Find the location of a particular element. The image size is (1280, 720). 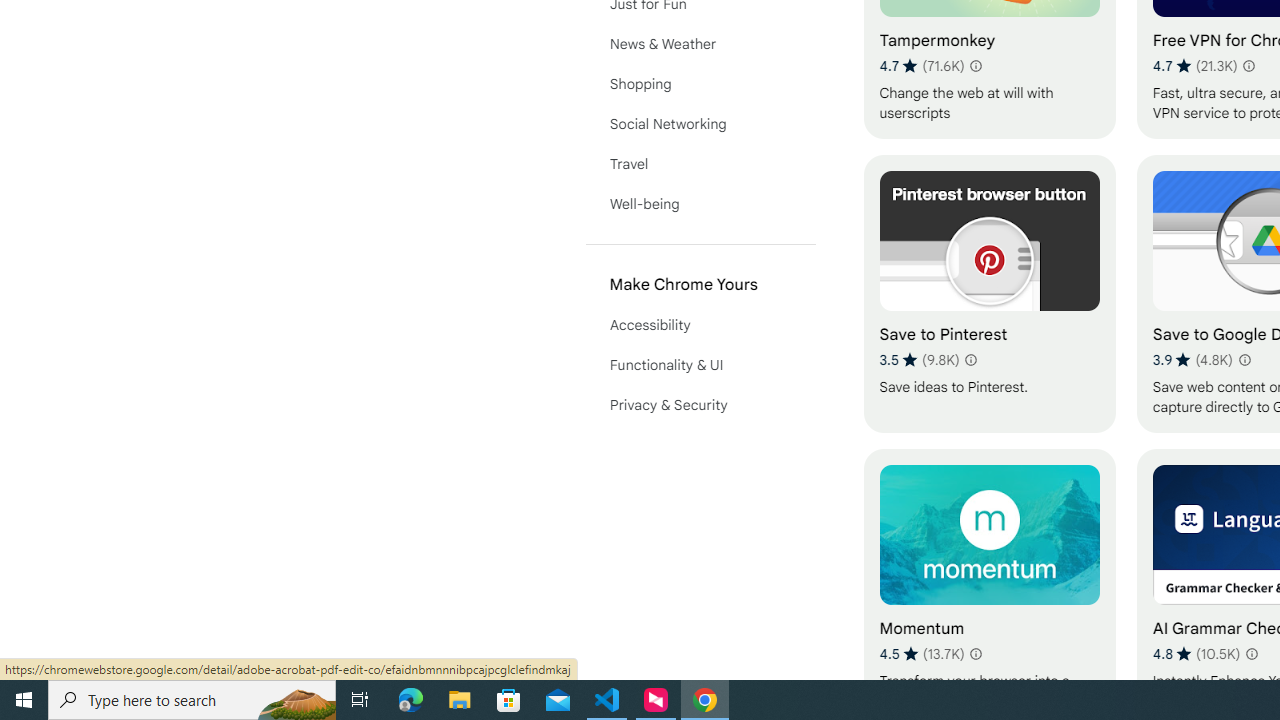

'Average rating 4.7 out of 5 stars. 21.3K ratings.' is located at coordinates (1194, 65).